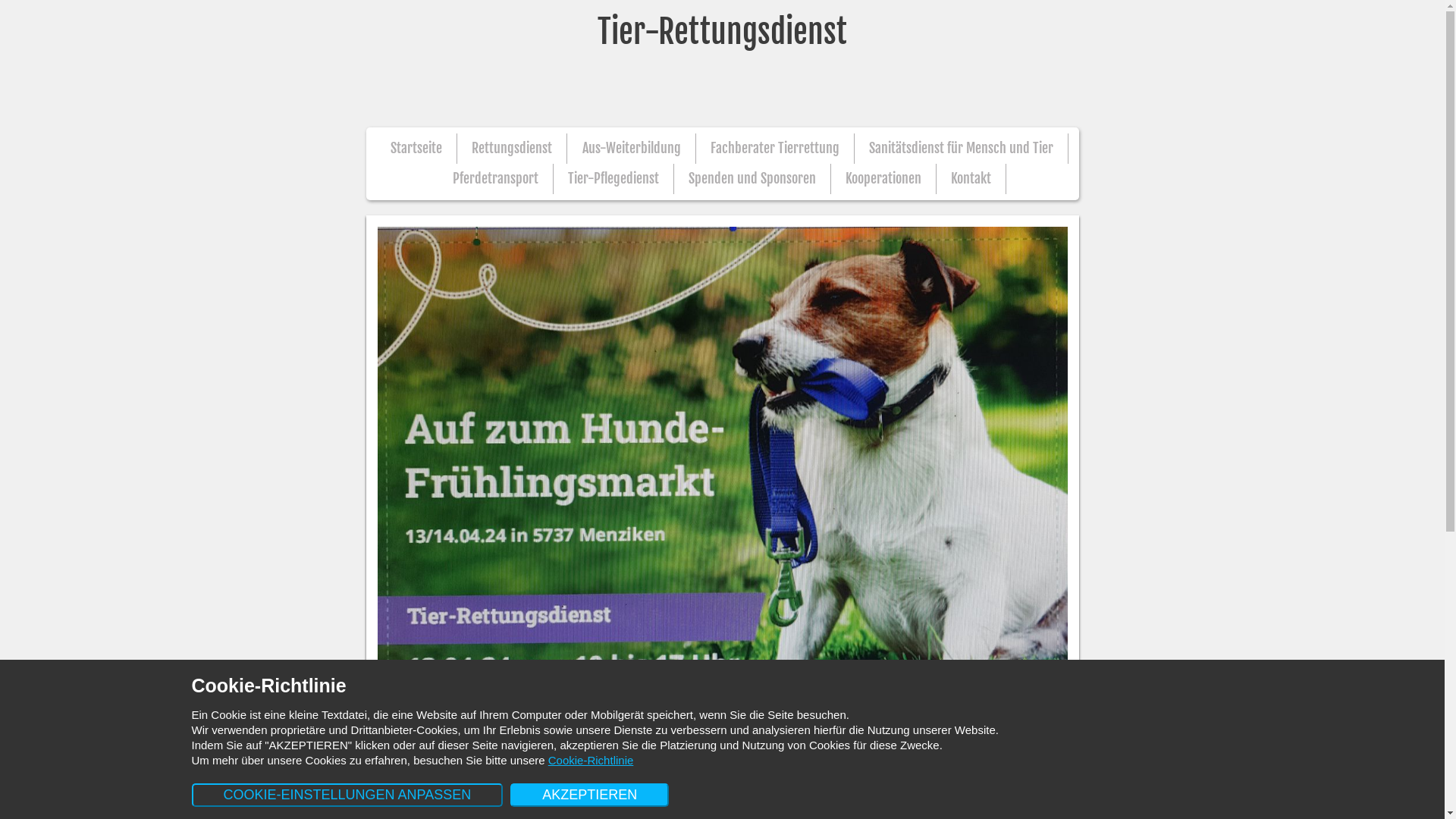 Image resolution: width=1456 pixels, height=819 pixels. Describe the element at coordinates (752, 177) in the screenshot. I see `'Spenden und Sponsoren'` at that location.